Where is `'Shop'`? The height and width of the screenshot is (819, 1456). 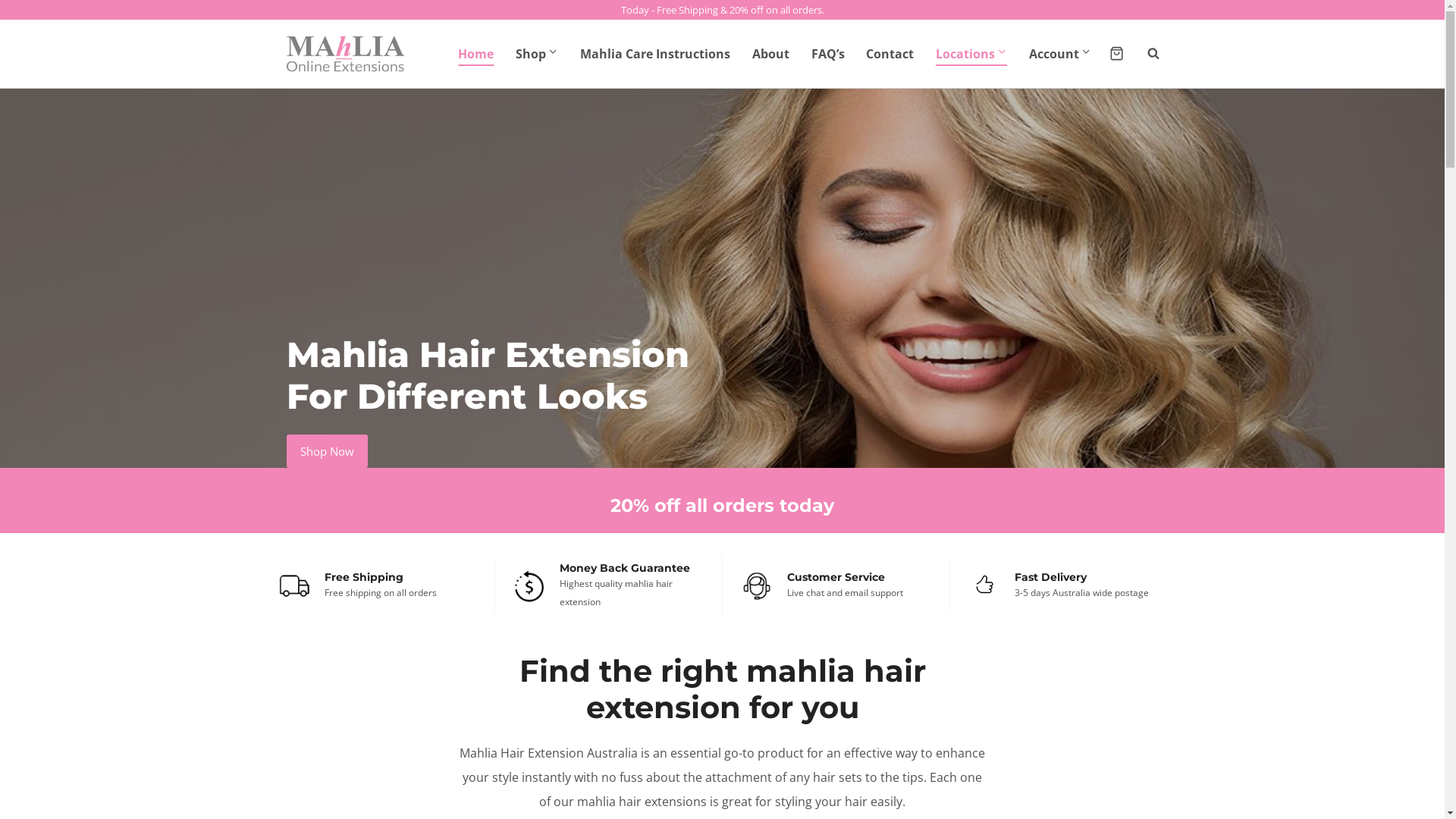 'Shop' is located at coordinates (537, 52).